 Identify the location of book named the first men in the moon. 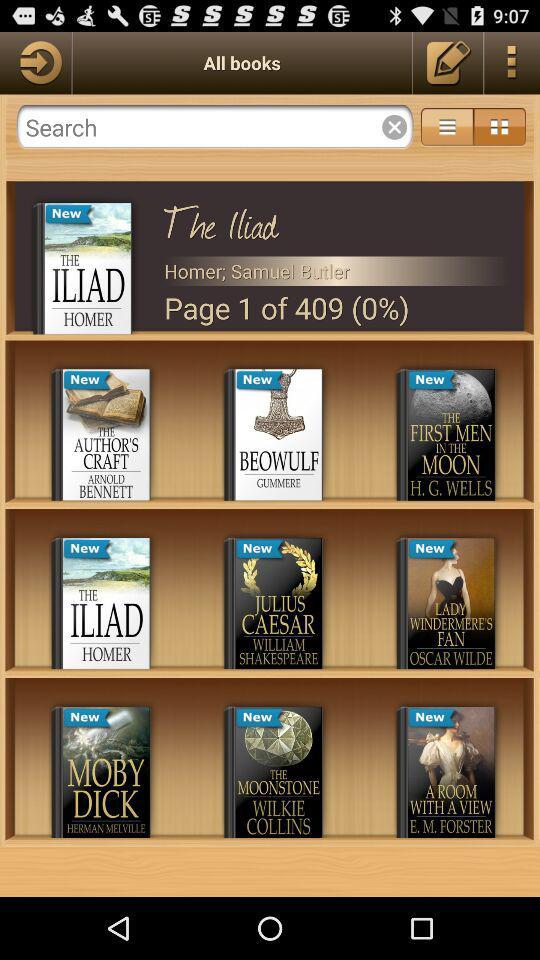
(451, 434).